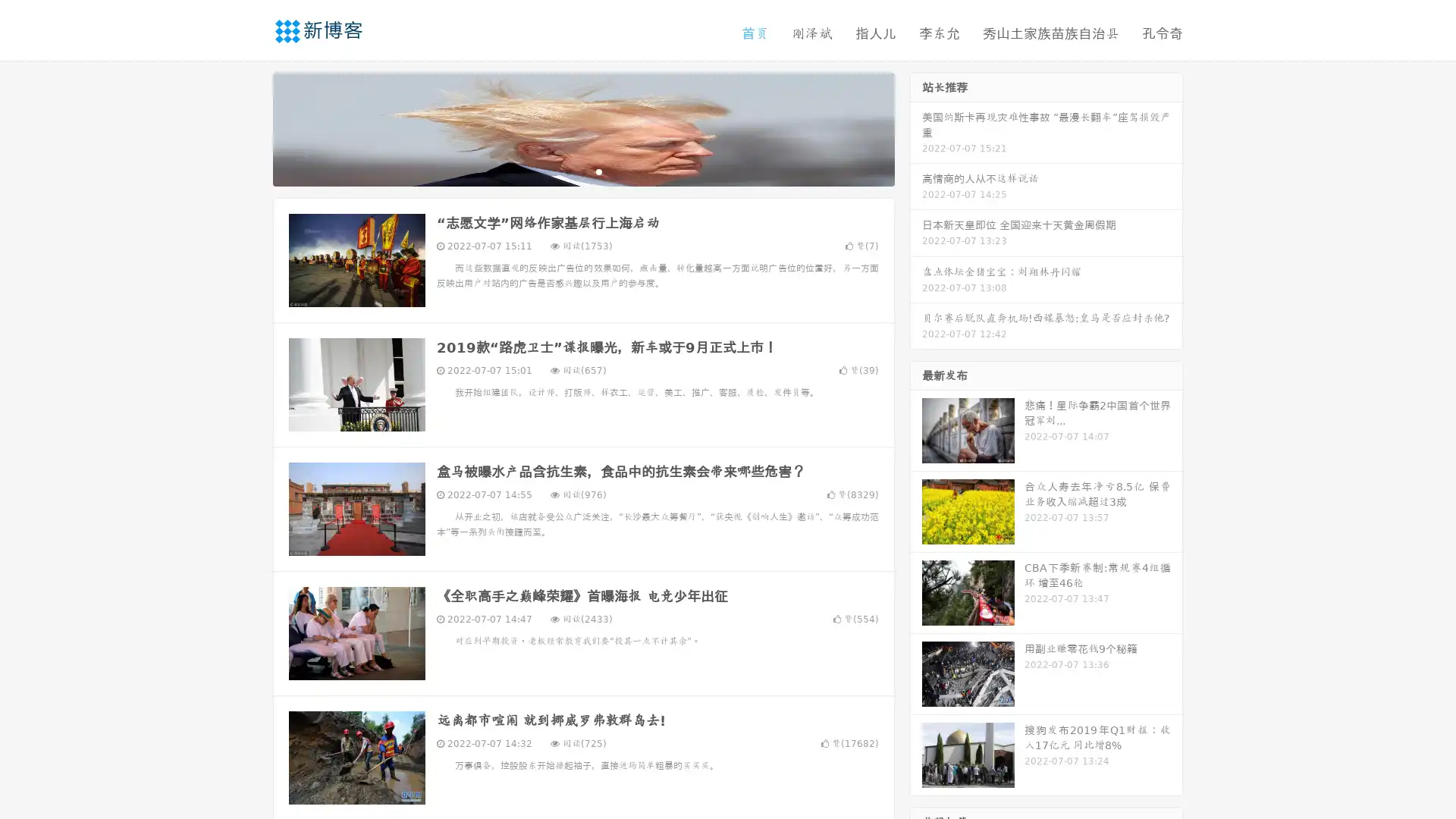 The height and width of the screenshot is (819, 1456). I want to click on Go to slide 1, so click(567, 171).